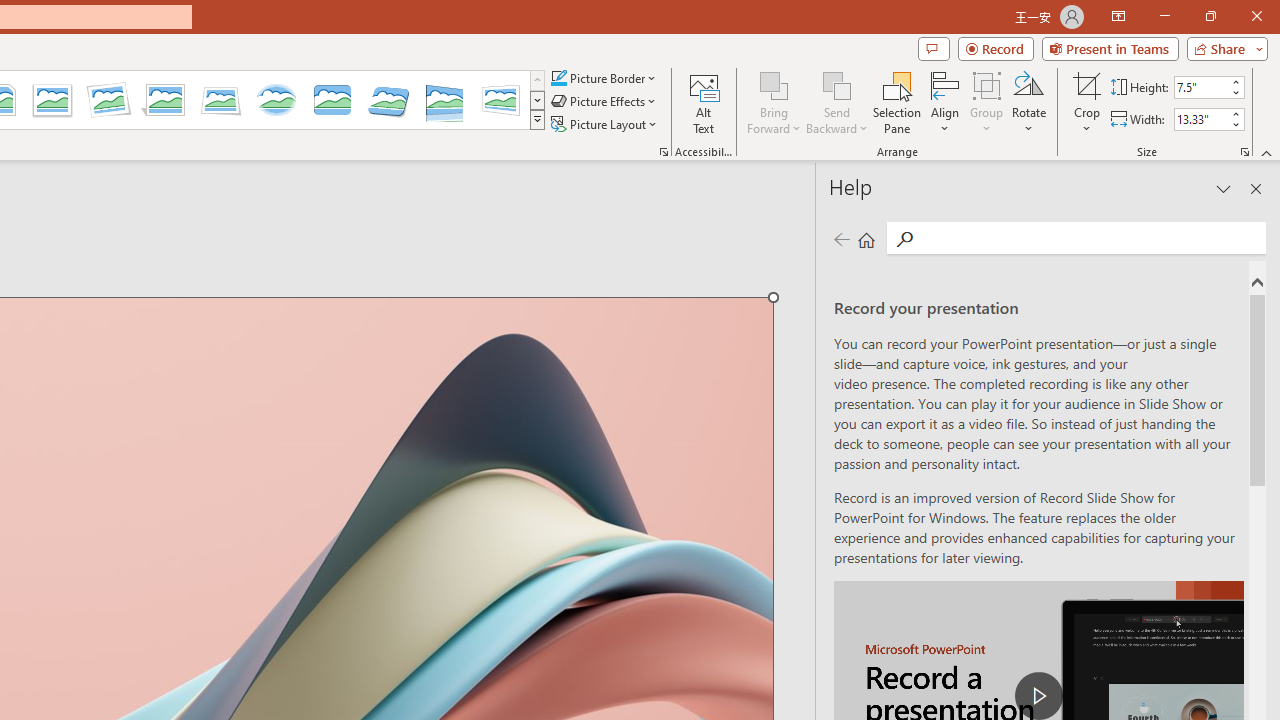 The width and height of the screenshot is (1280, 720). Describe the element at coordinates (987, 103) in the screenshot. I see `'Group'` at that location.